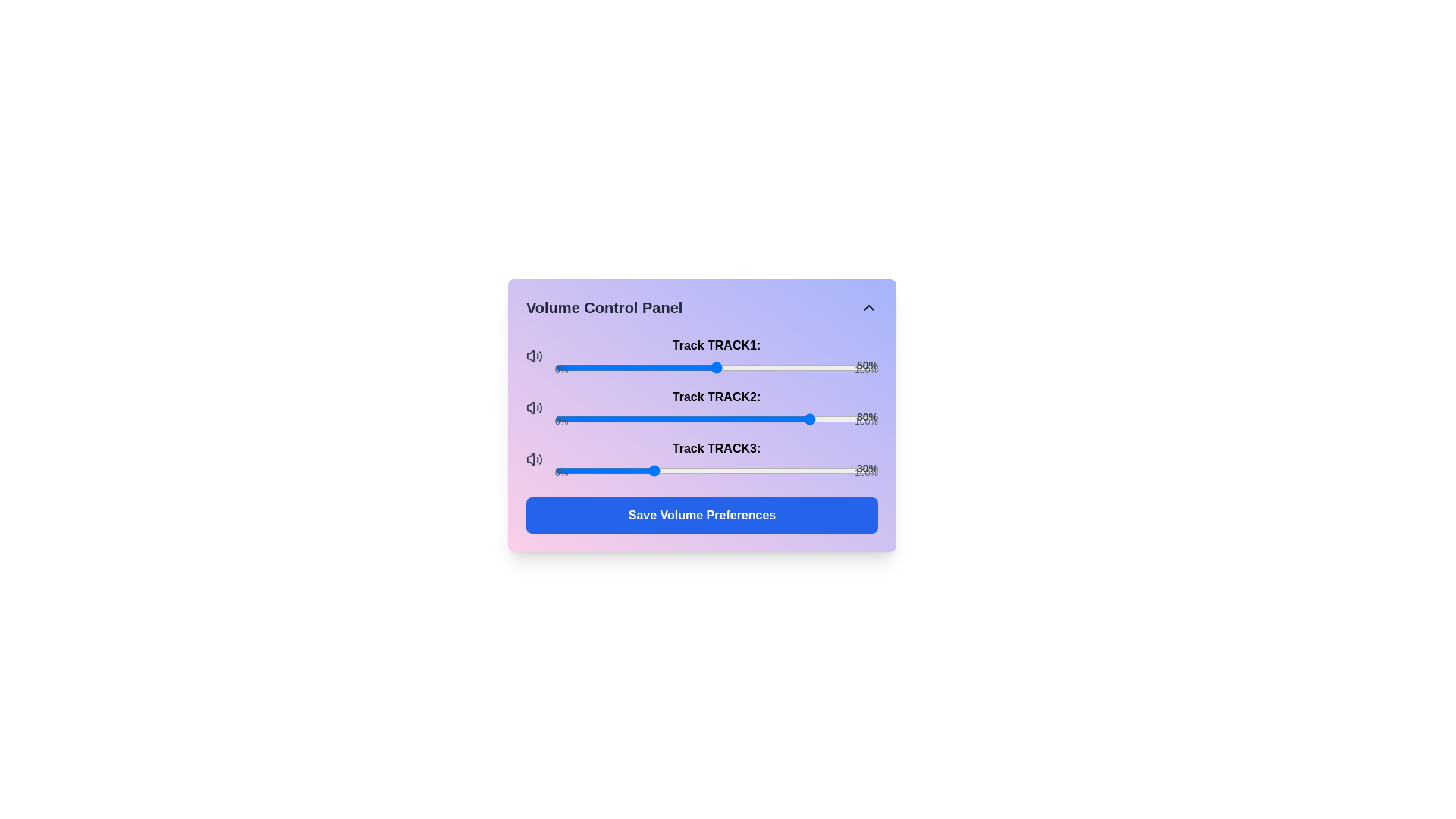 The image size is (1456, 819). Describe the element at coordinates (686, 368) in the screenshot. I see `the volume` at that location.